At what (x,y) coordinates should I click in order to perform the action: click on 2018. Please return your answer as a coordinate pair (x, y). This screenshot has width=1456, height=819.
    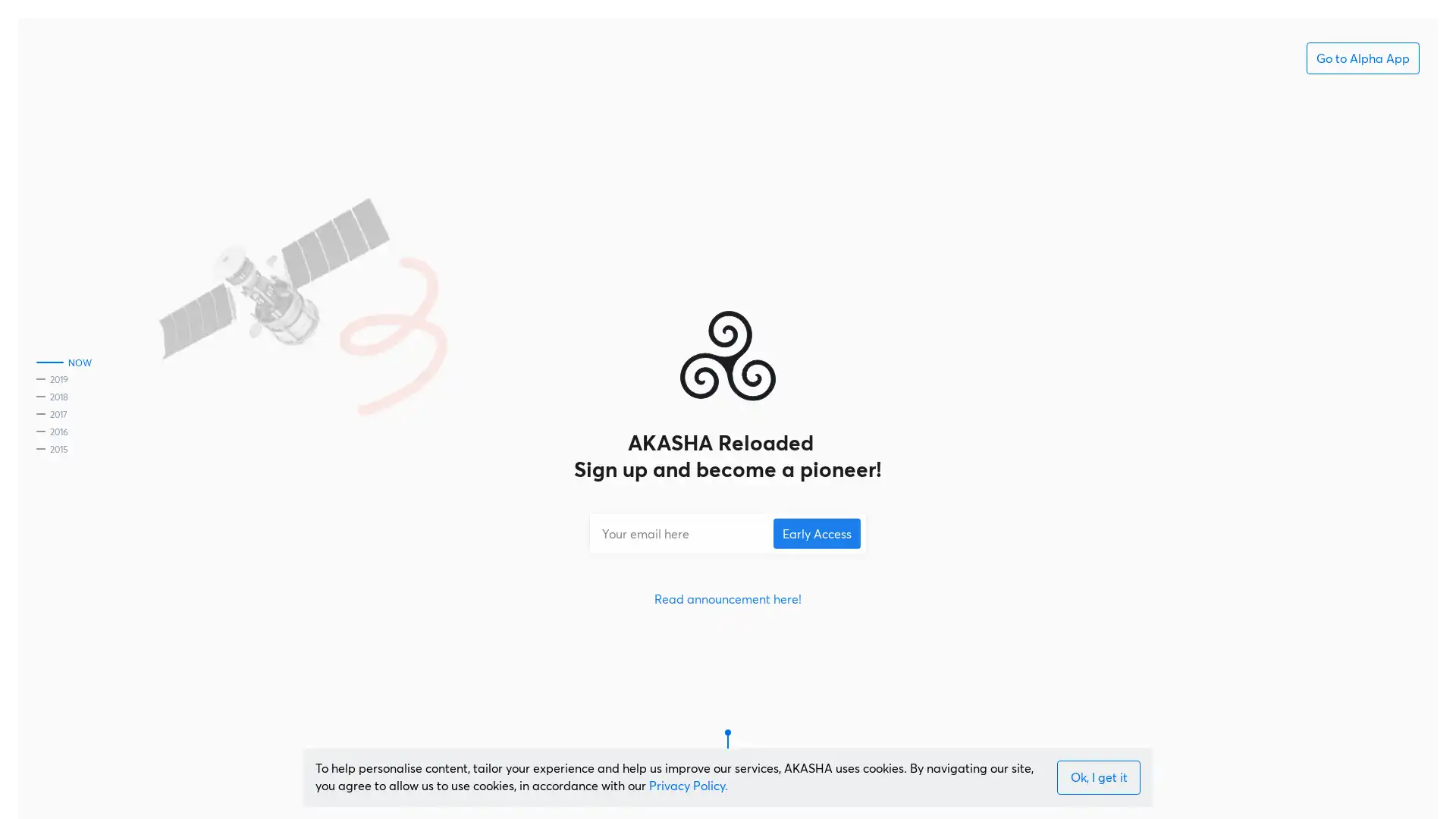
    Looking at the image, I should click on (52, 397).